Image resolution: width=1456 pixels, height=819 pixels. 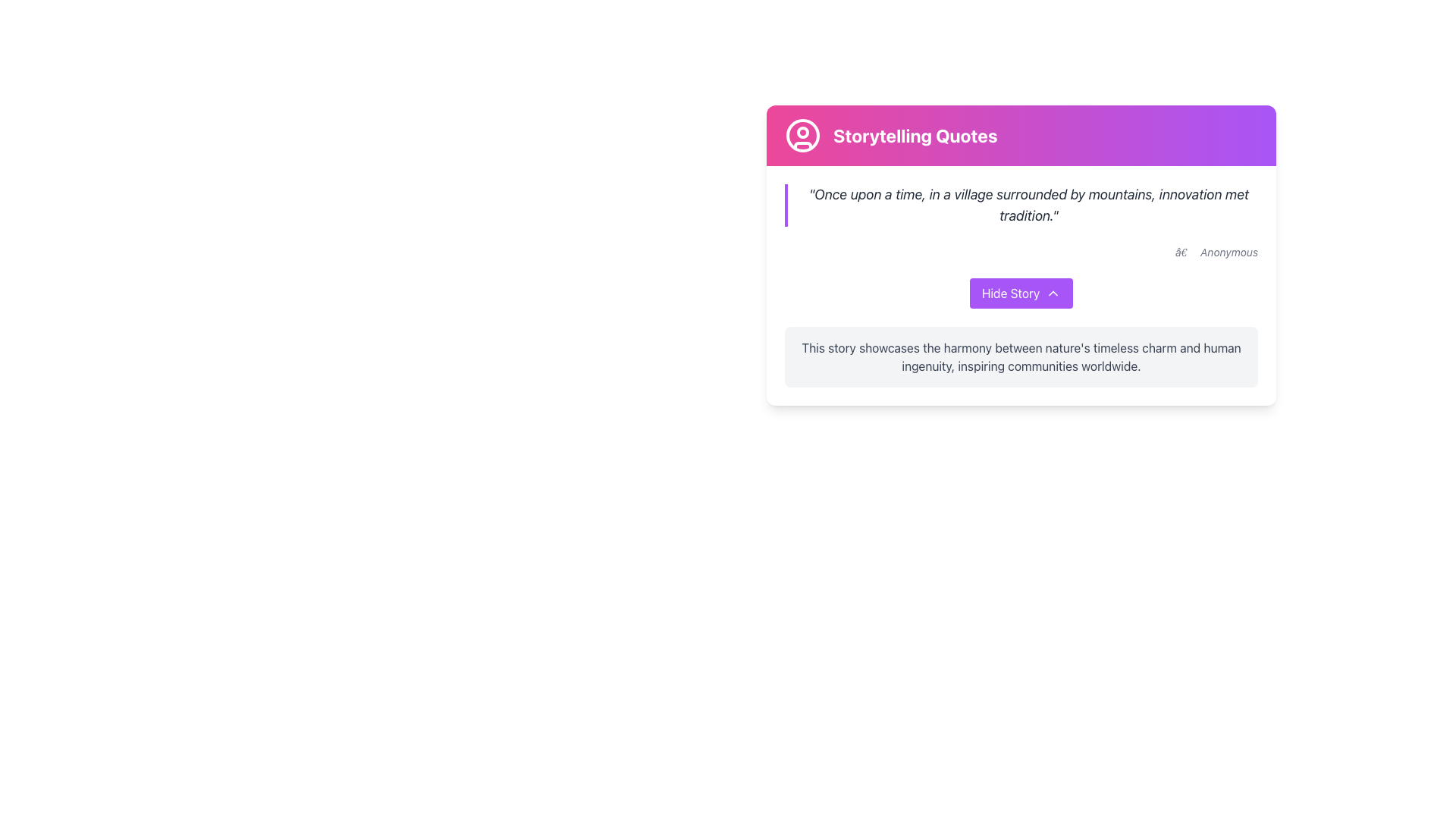 What do you see at coordinates (1021, 356) in the screenshot?
I see `the text block containing 'This story showcases the harmony between nature's timeless charm and human ingenuity, inspiring communities worldwide.' which is styled in gray font within a light gray rounded rectangular background` at bounding box center [1021, 356].